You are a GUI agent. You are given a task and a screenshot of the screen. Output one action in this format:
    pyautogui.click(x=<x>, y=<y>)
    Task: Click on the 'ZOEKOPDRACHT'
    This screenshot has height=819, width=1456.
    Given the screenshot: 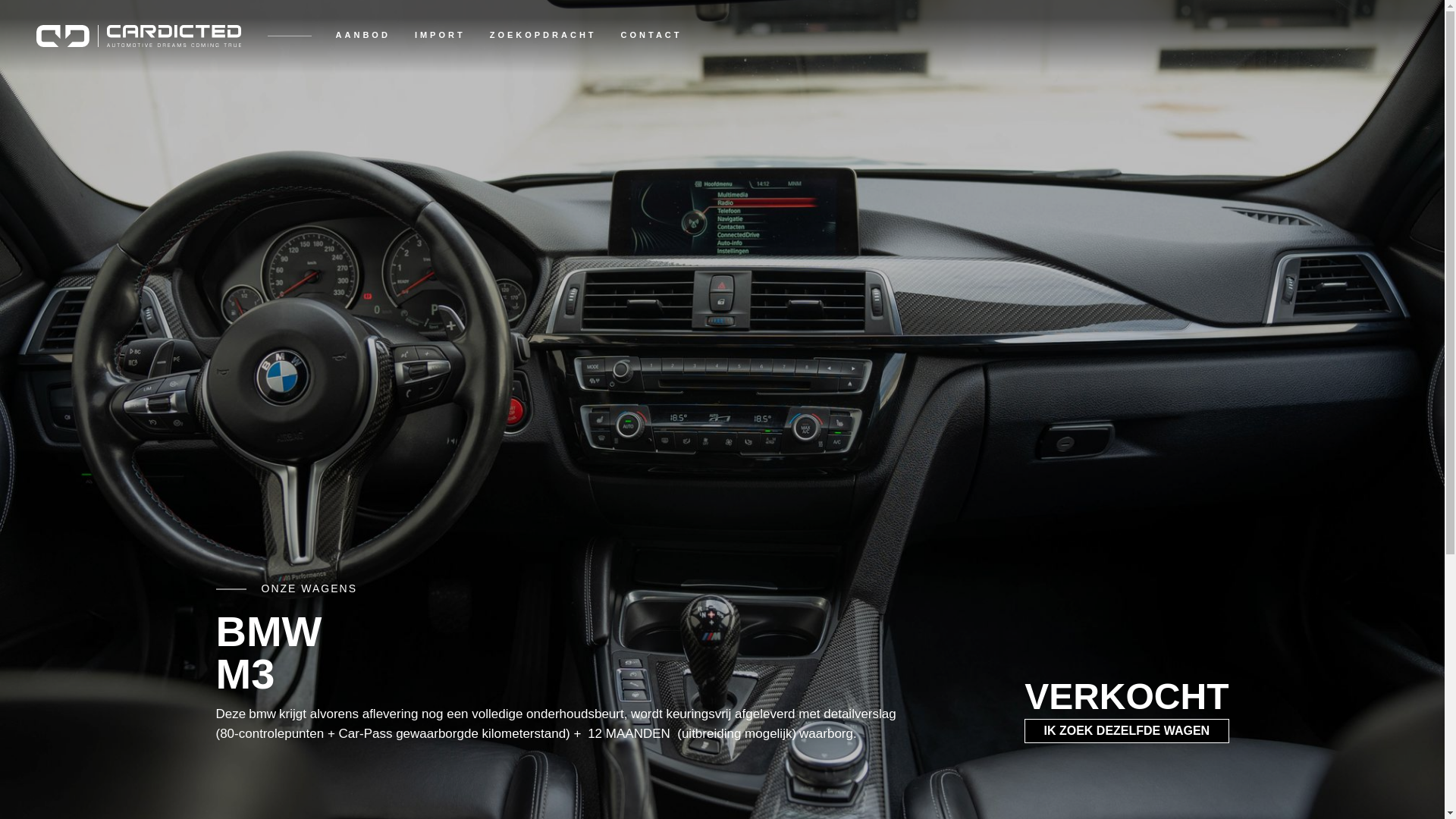 What is the action you would take?
    pyautogui.click(x=543, y=35)
    